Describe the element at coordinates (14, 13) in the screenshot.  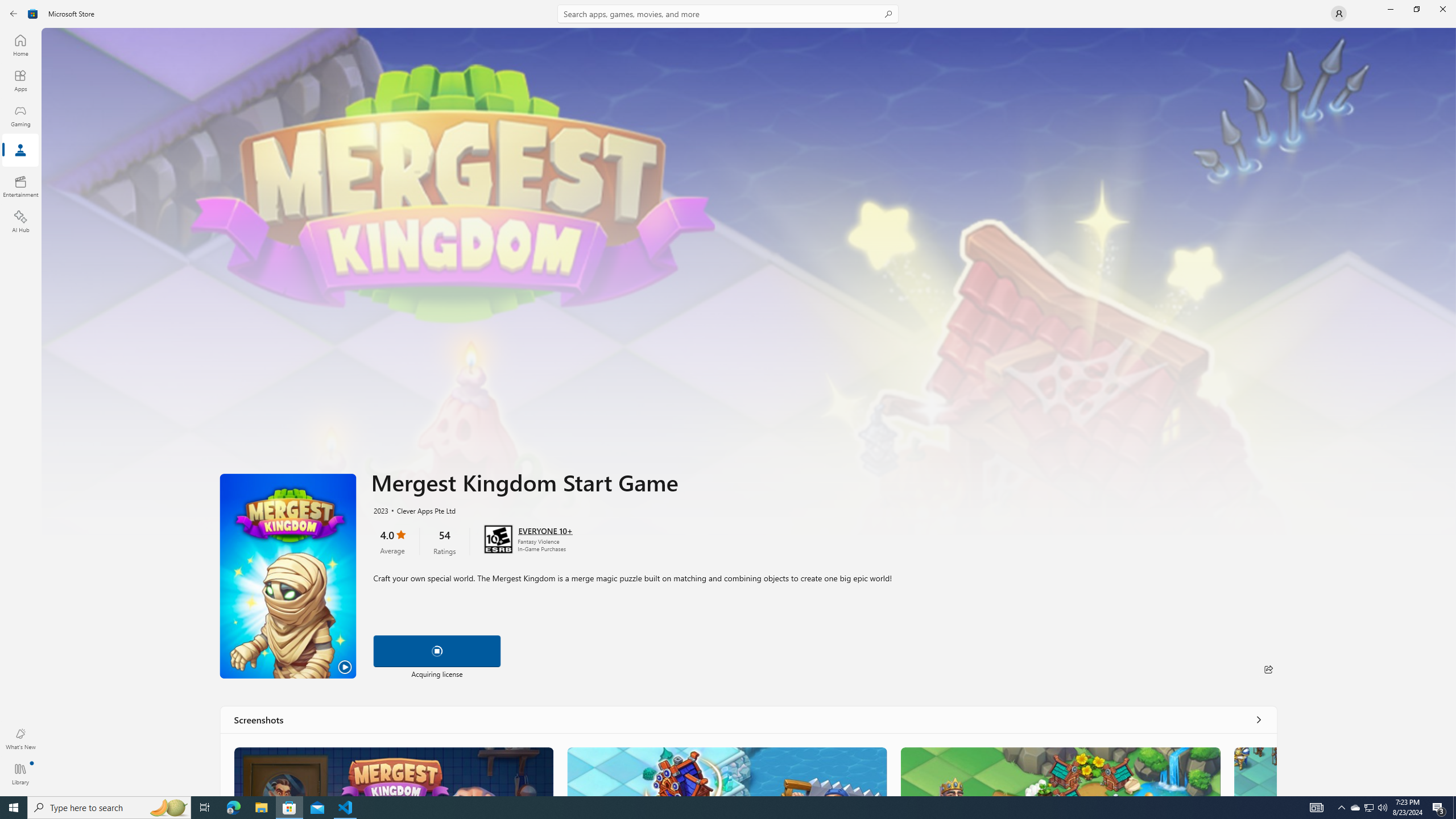
I see `'Back'` at that location.